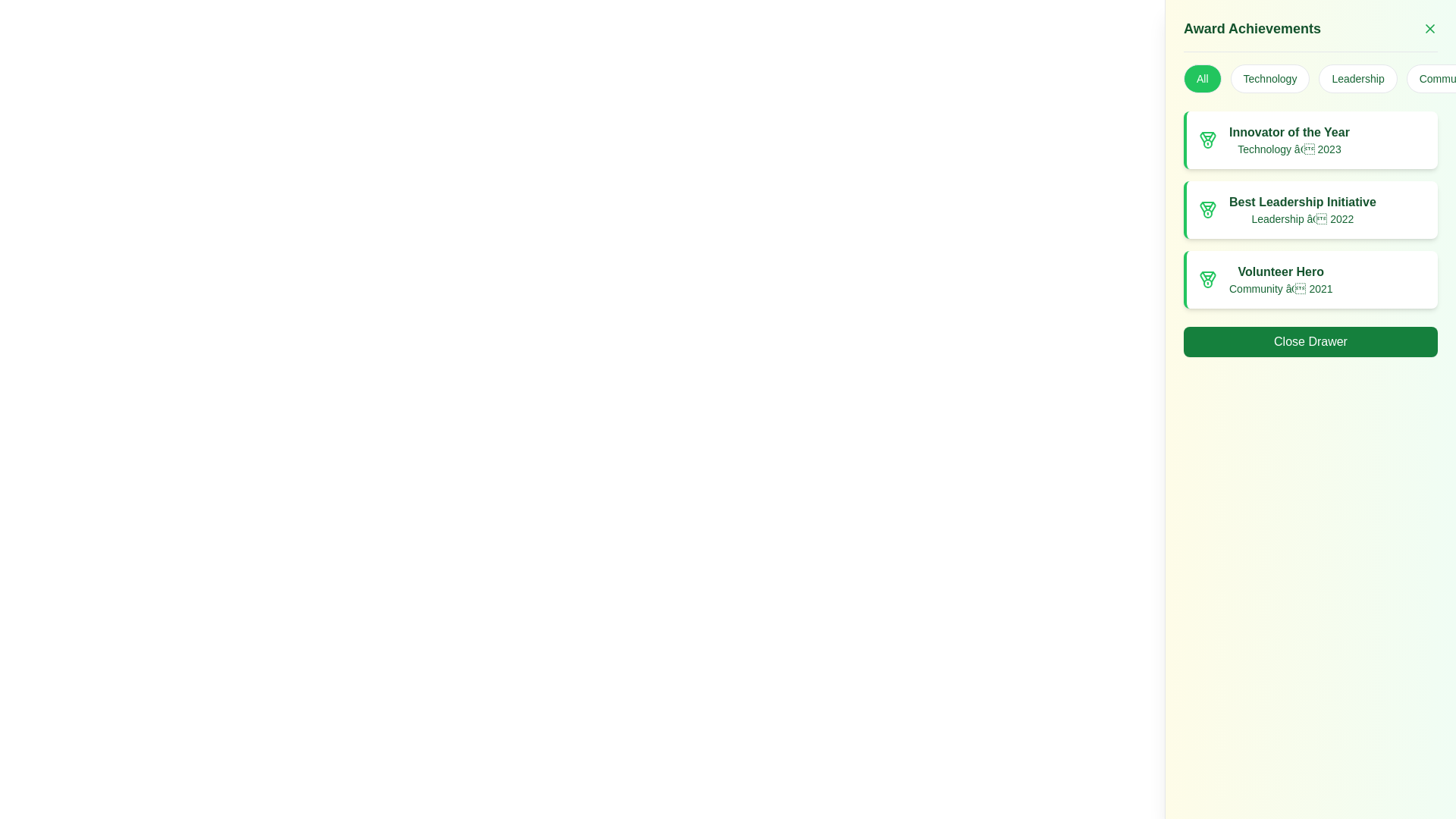 This screenshot has height=819, width=1456. Describe the element at coordinates (1207, 210) in the screenshot. I see `the SVG icon resembling a medal with a green outline located next to the title 'Best Leadership Initiative' in the second card of the achievements list` at that location.